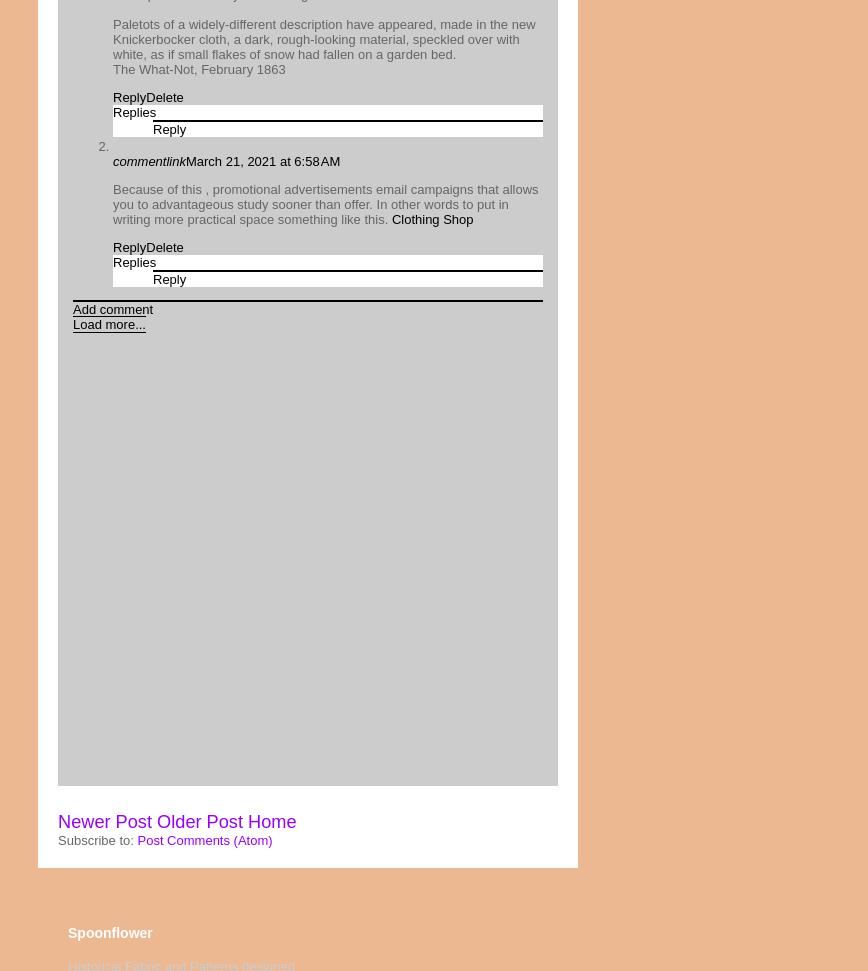 This screenshot has width=868, height=971. I want to click on 'Newer Post', so click(105, 820).